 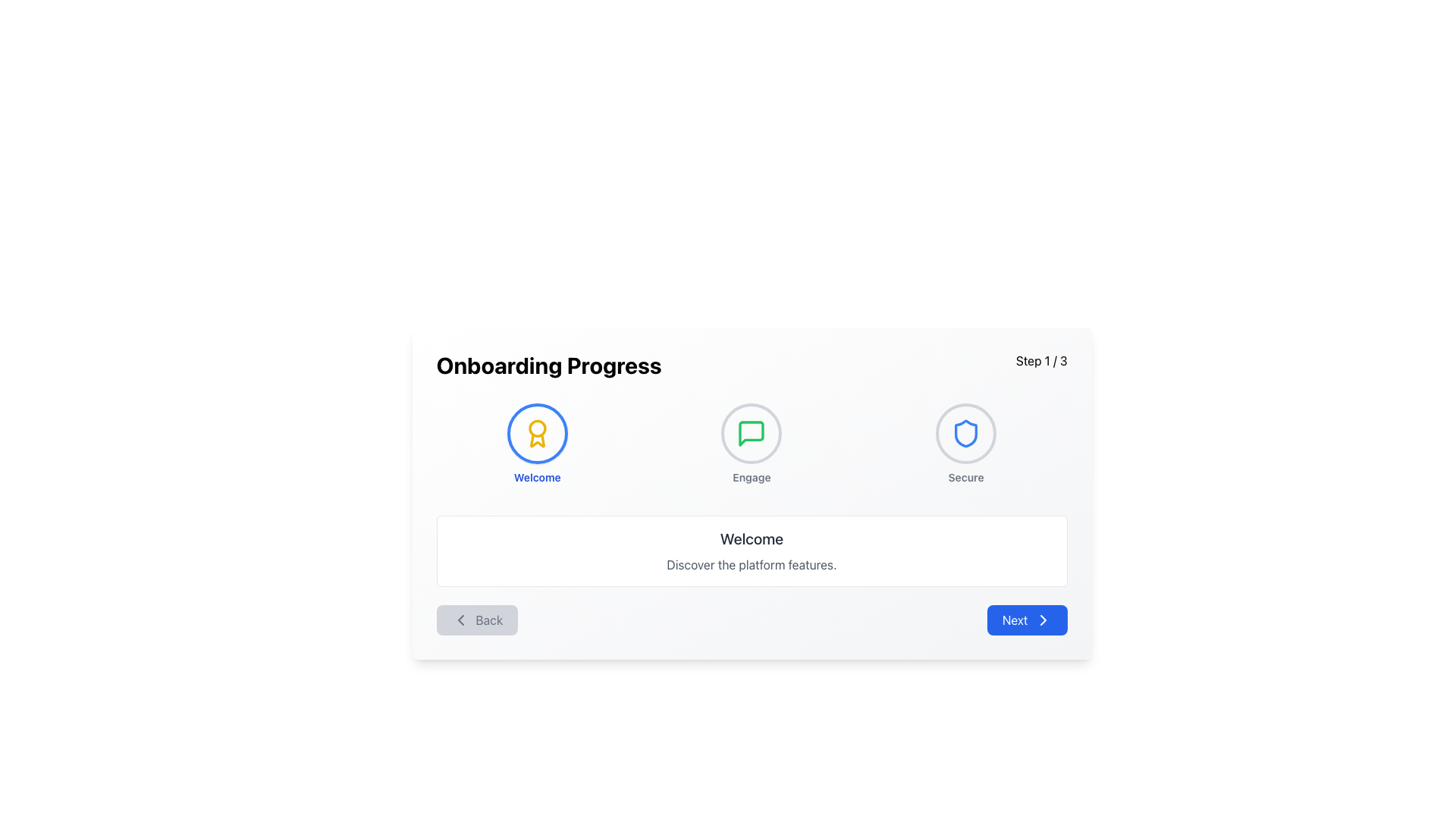 I want to click on the shield icon representing the 'Secure' stage in the user onboarding process, located above the 'Secure' label, so click(x=965, y=433).